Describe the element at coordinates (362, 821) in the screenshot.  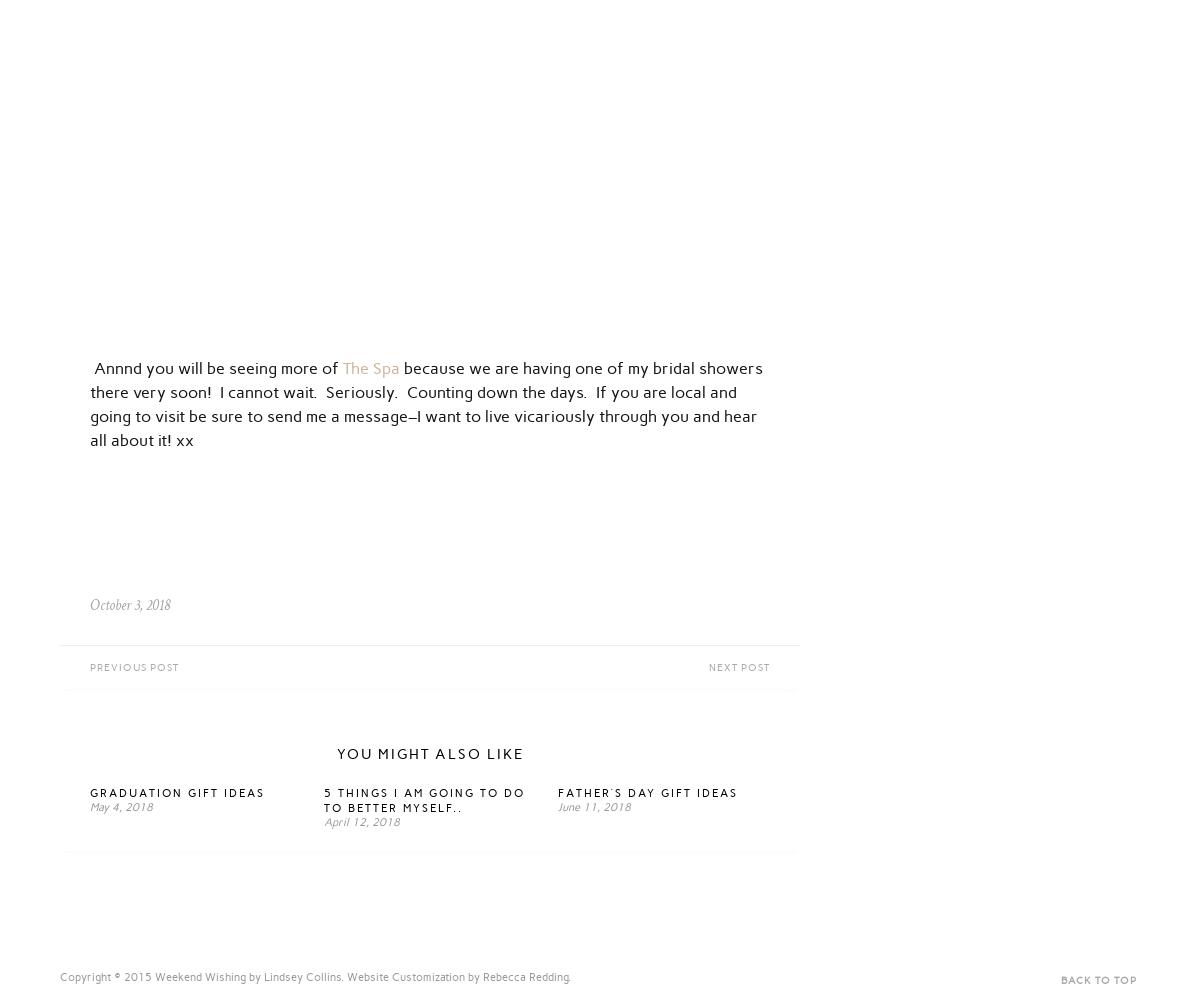
I see `'April 12, 2018'` at that location.